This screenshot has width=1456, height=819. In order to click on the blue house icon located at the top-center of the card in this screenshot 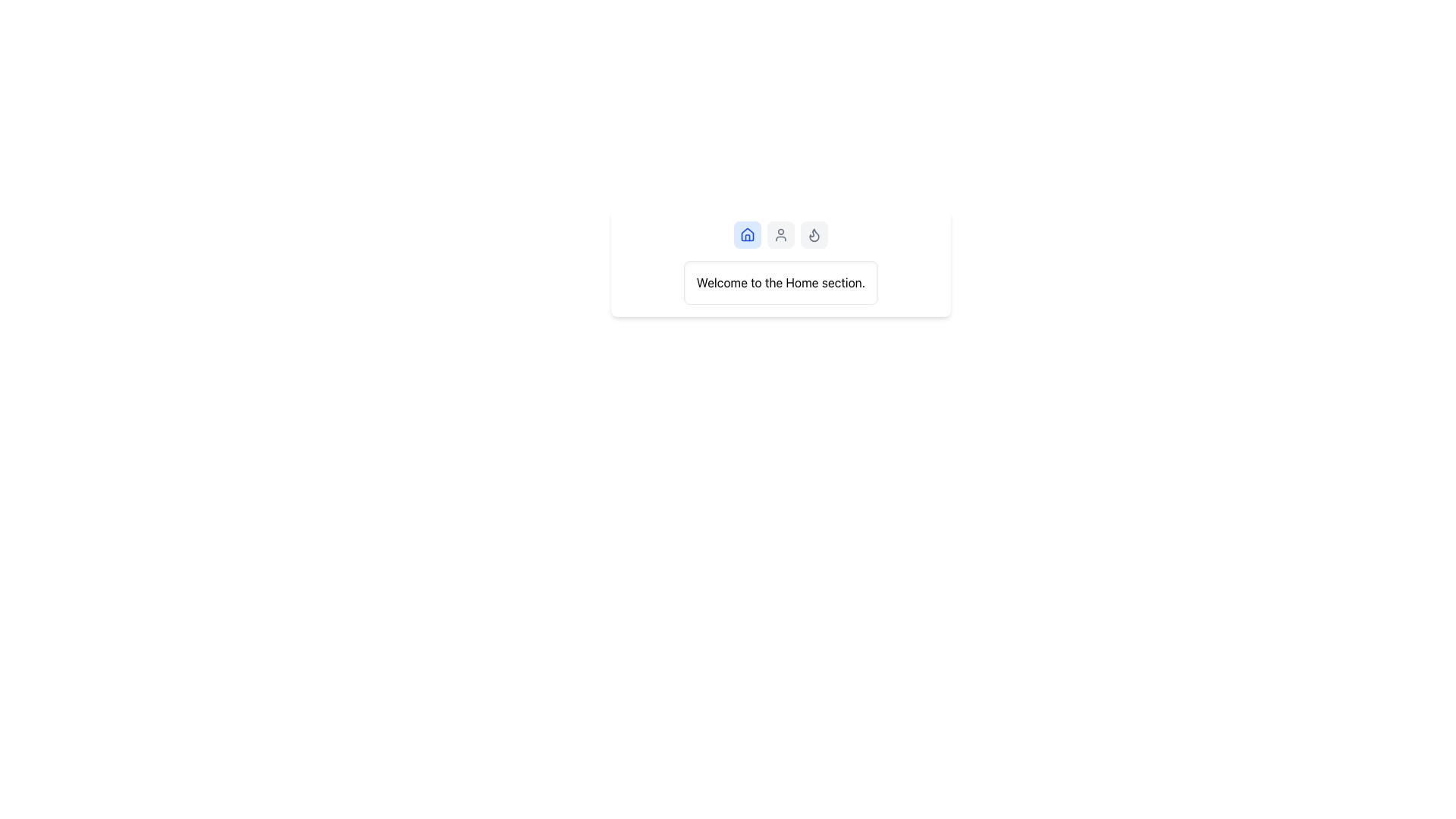, I will do `click(747, 234)`.